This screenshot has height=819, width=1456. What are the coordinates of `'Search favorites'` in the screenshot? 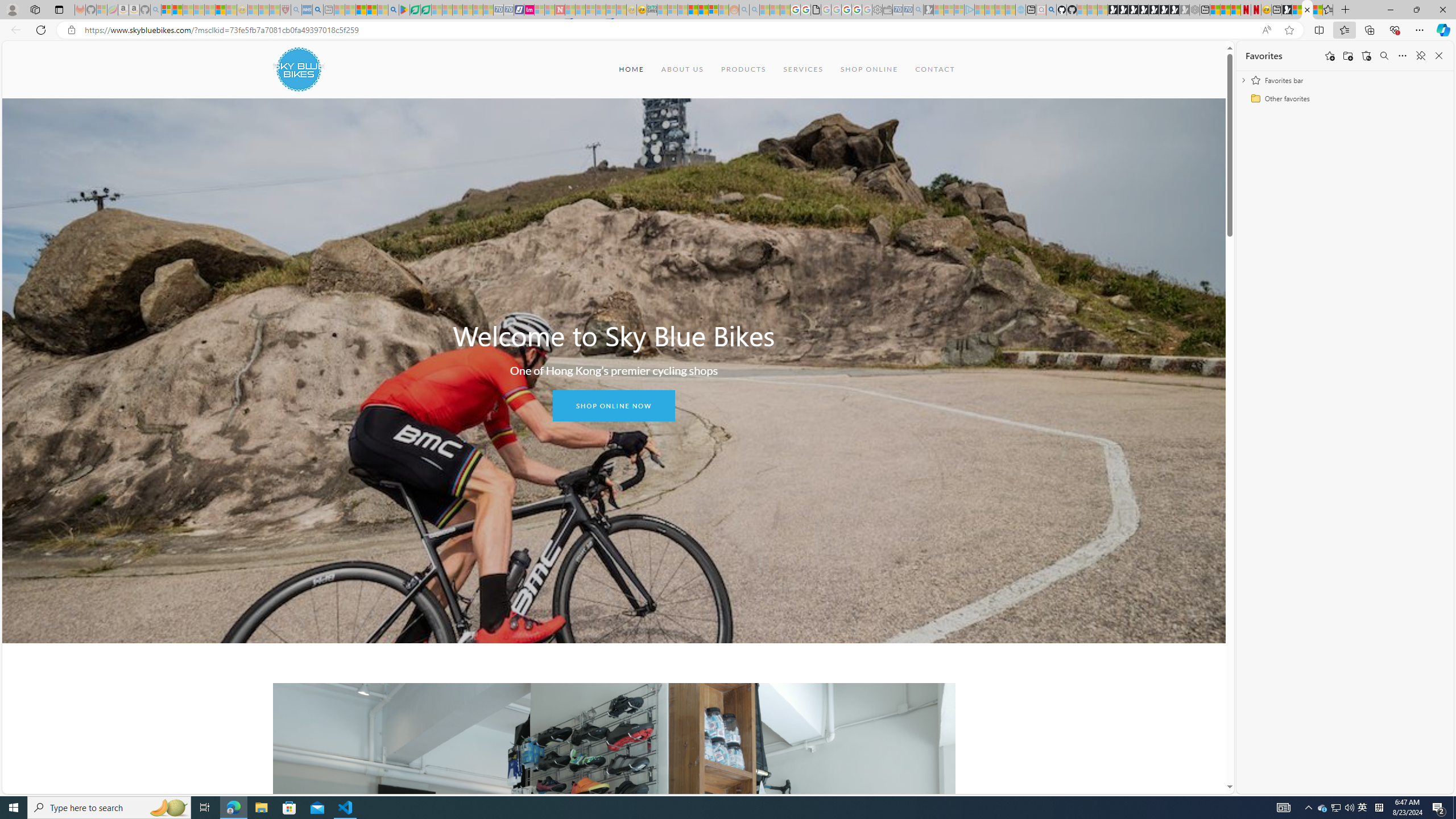 It's located at (1384, 55).